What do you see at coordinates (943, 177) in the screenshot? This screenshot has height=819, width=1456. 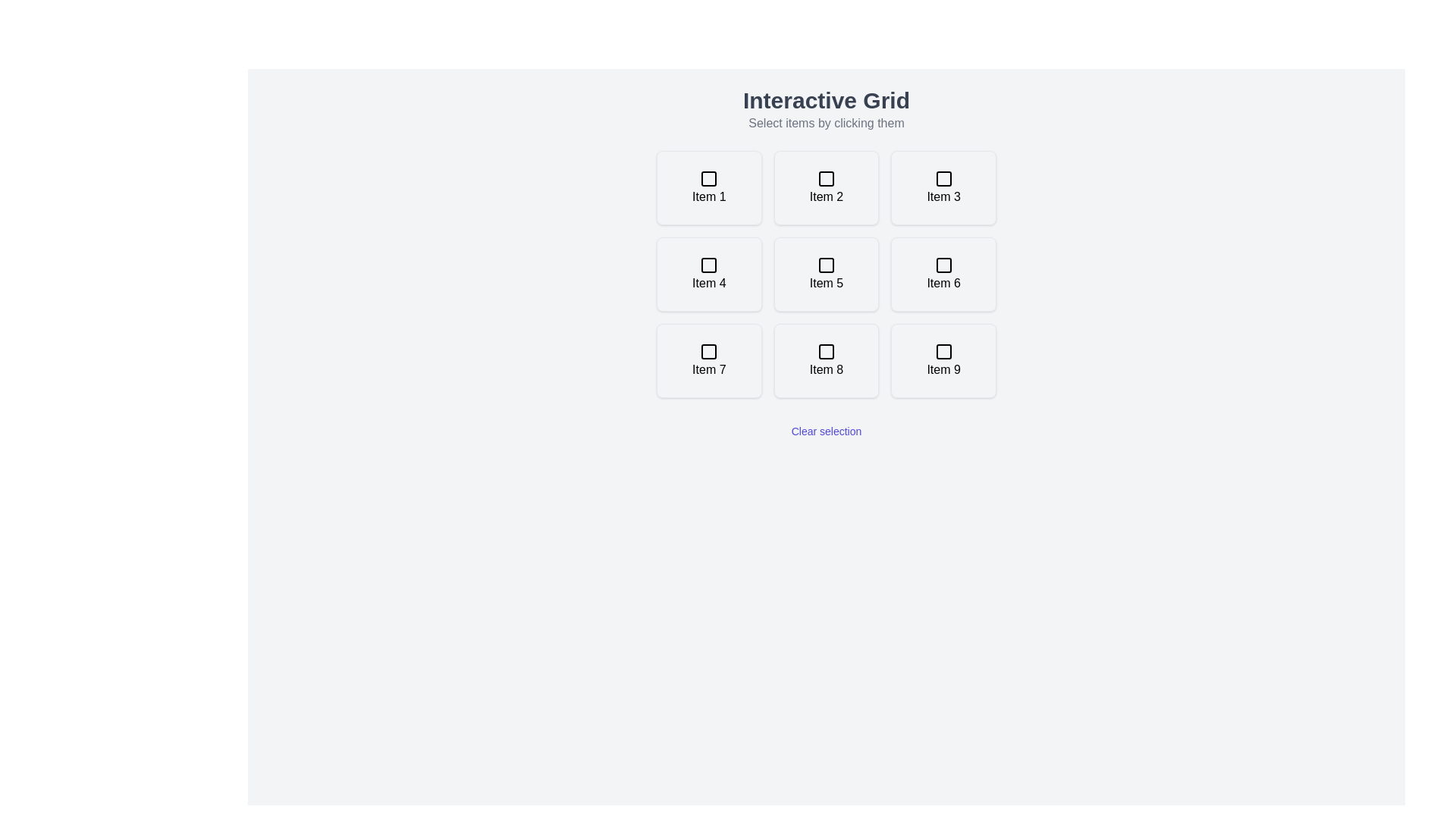 I see `the non-interactive SVG rectangle located in the top-right cell labeled 'Item 3' of the grid interface` at bounding box center [943, 177].